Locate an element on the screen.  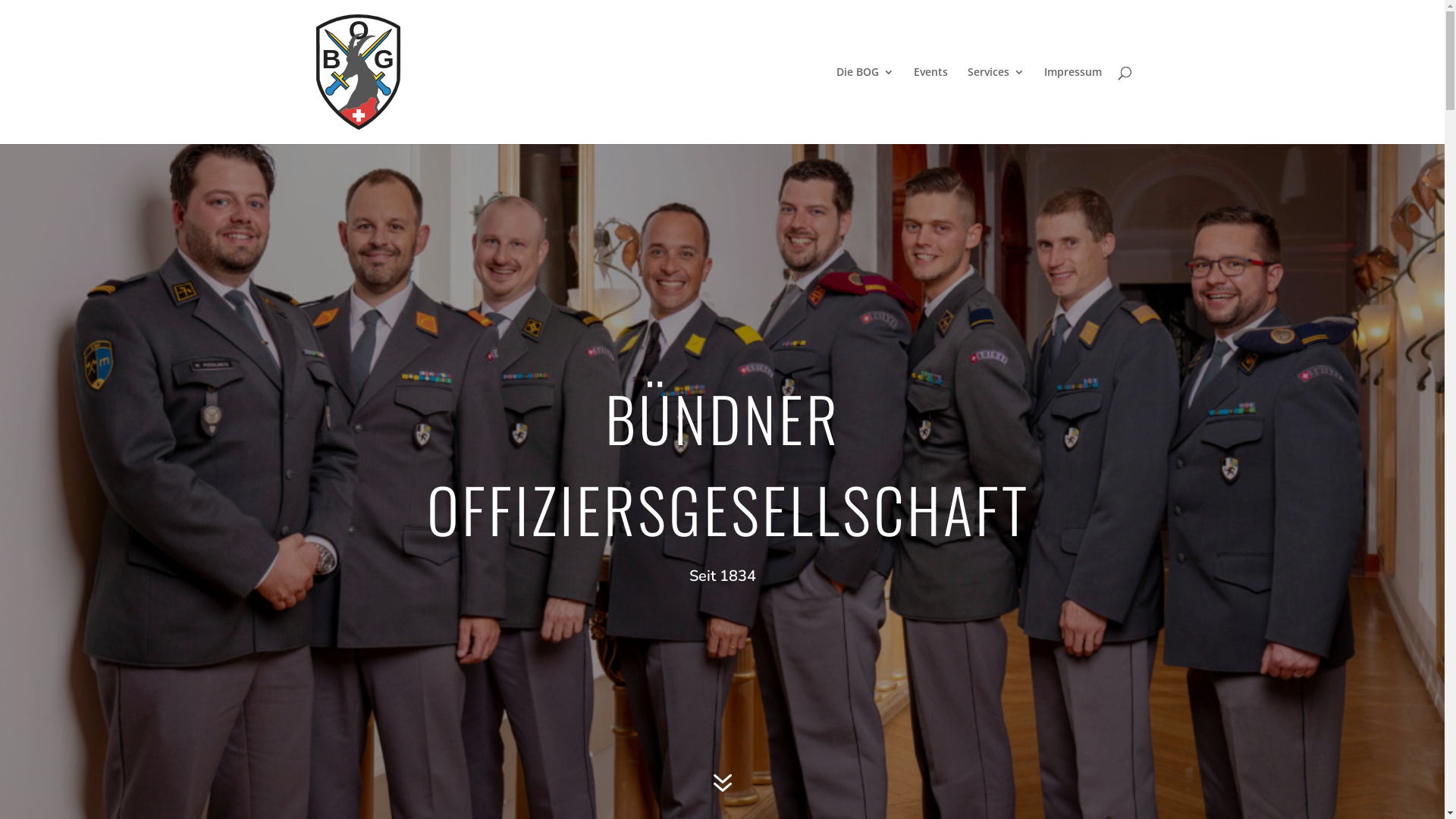
'Die BOG' is located at coordinates (864, 104).